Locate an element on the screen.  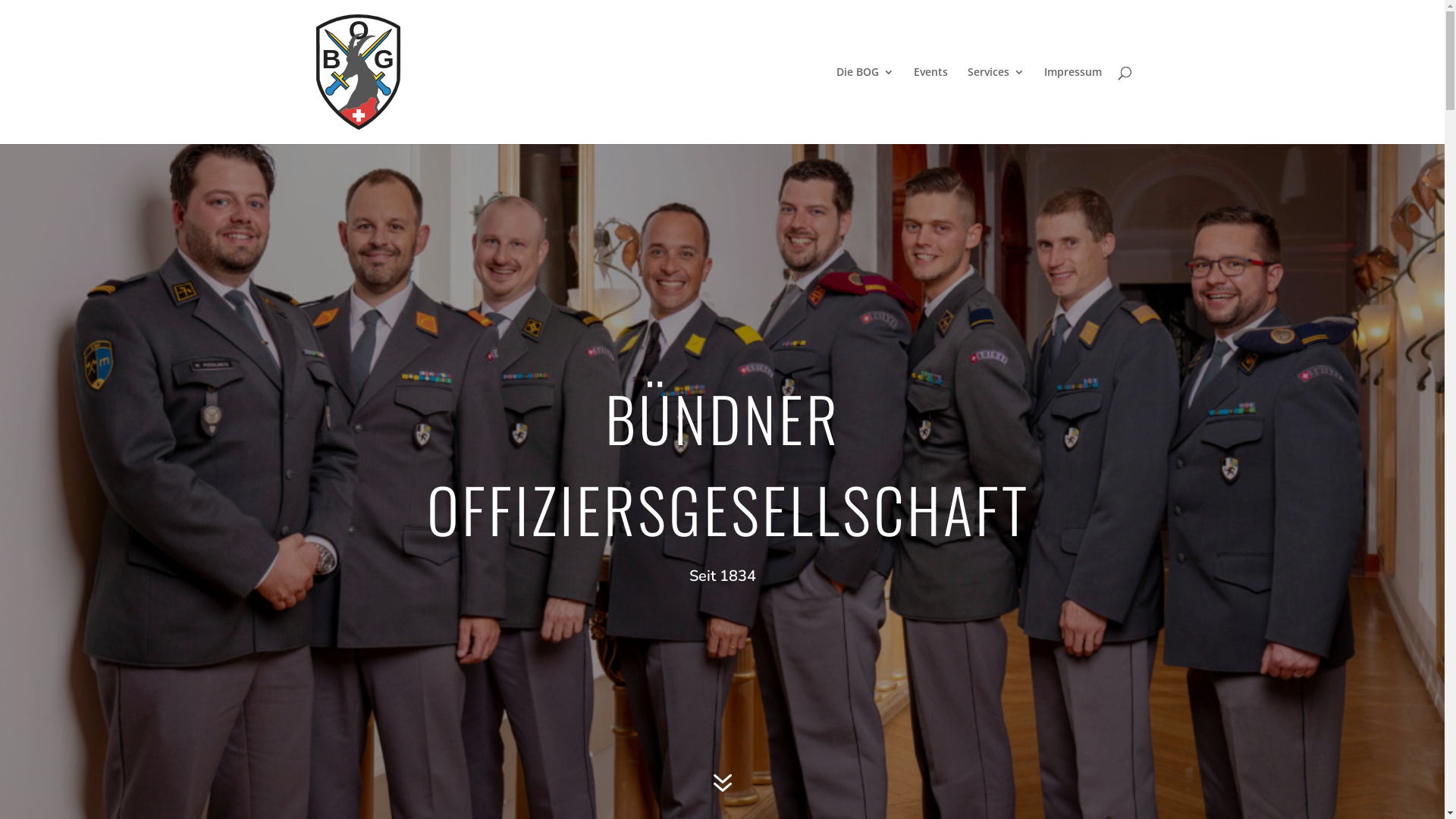
'Die BOG' is located at coordinates (864, 104).